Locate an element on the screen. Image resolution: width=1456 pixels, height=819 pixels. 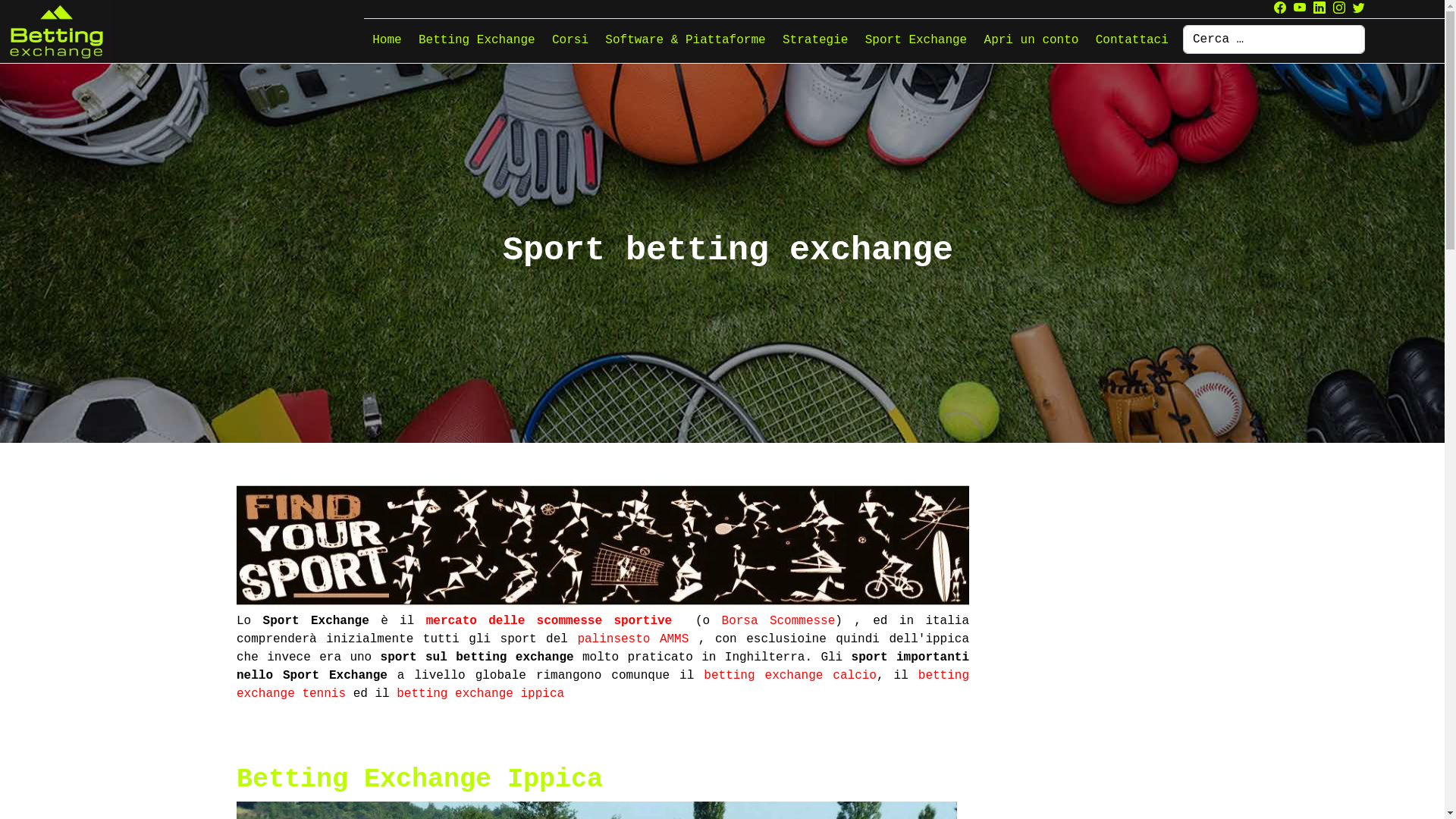
'Twitter' is located at coordinates (1349, 8).